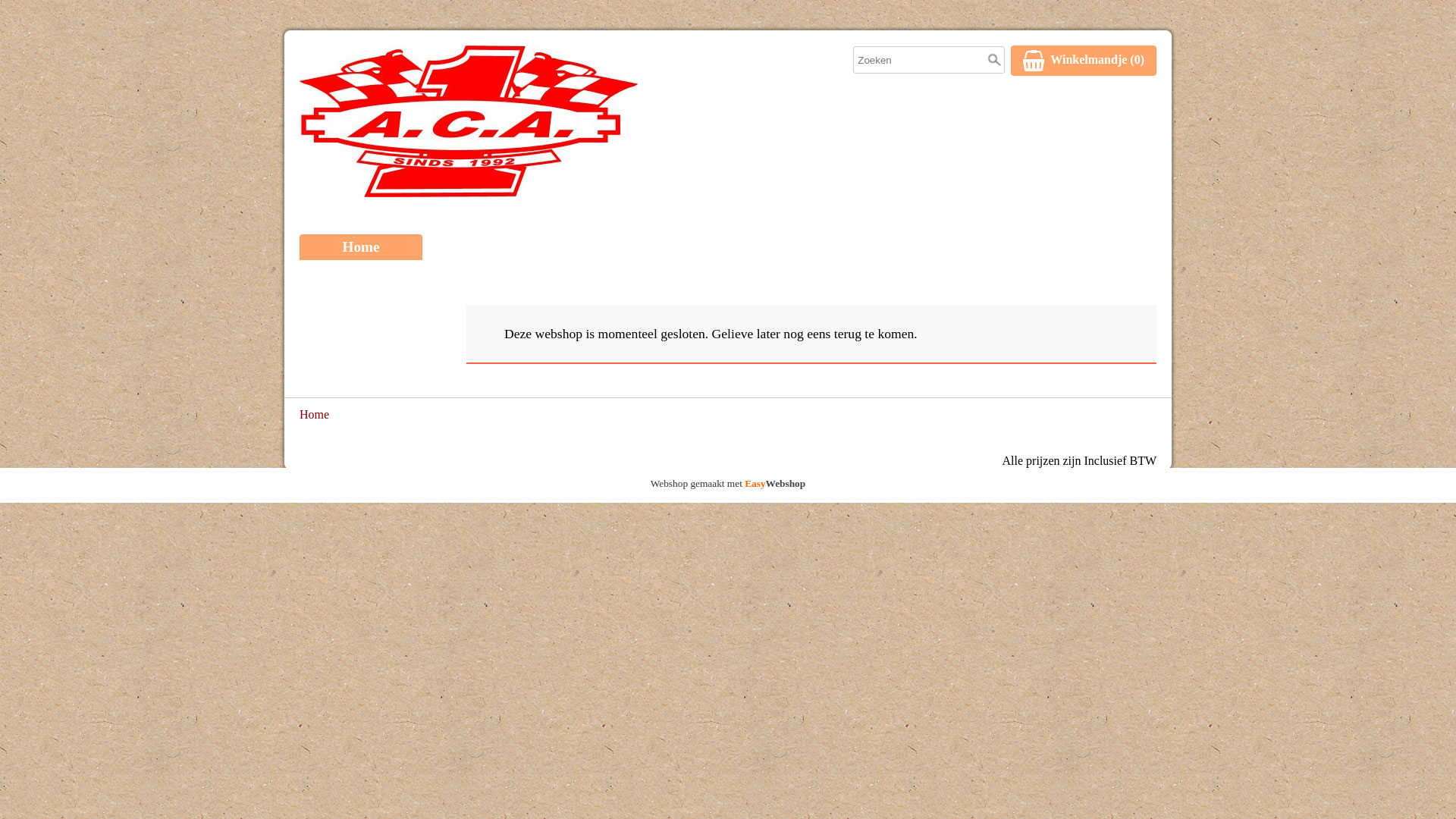 This screenshot has height=819, width=1456. I want to click on 'Home', so click(359, 246).